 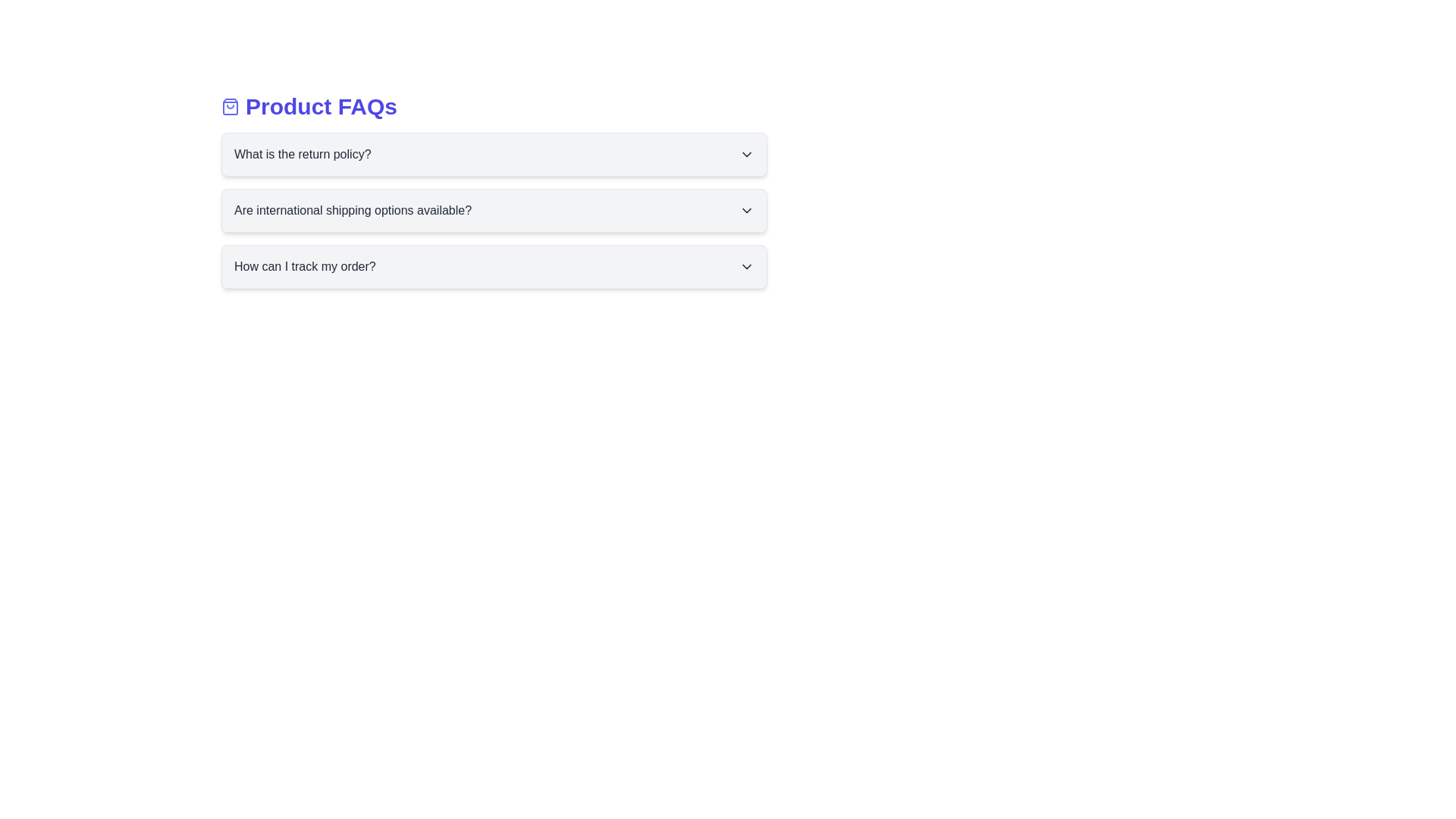 I want to click on the upper part of the shopping bag icon, which includes the handle and the opening, located to the left of the 'Product FAQs' text in the FAQ section, so click(x=229, y=106).